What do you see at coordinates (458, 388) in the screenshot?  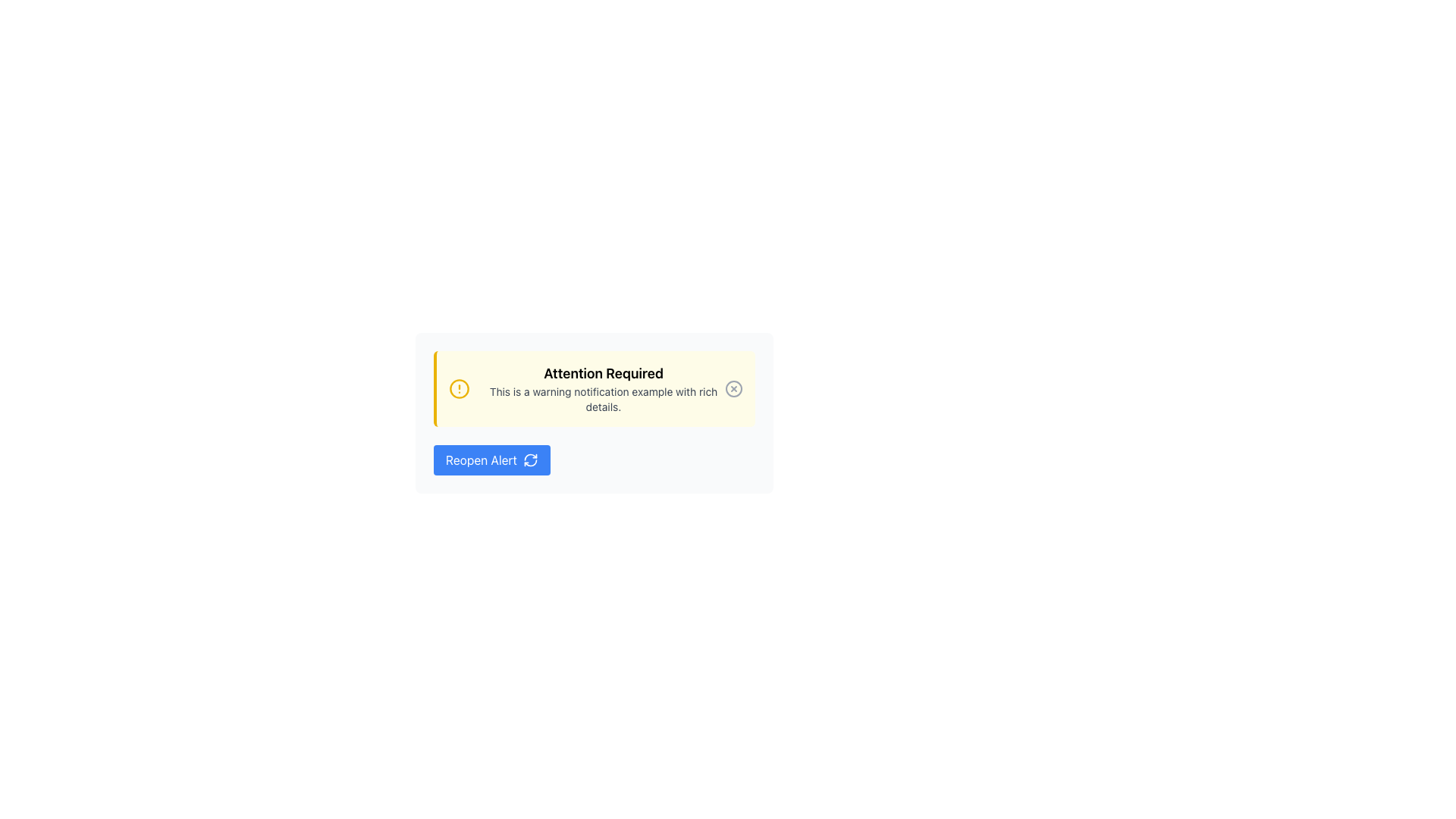 I see `the Circle SVG element with a yellow border that is part of the icon before the text 'Attention Required'` at bounding box center [458, 388].